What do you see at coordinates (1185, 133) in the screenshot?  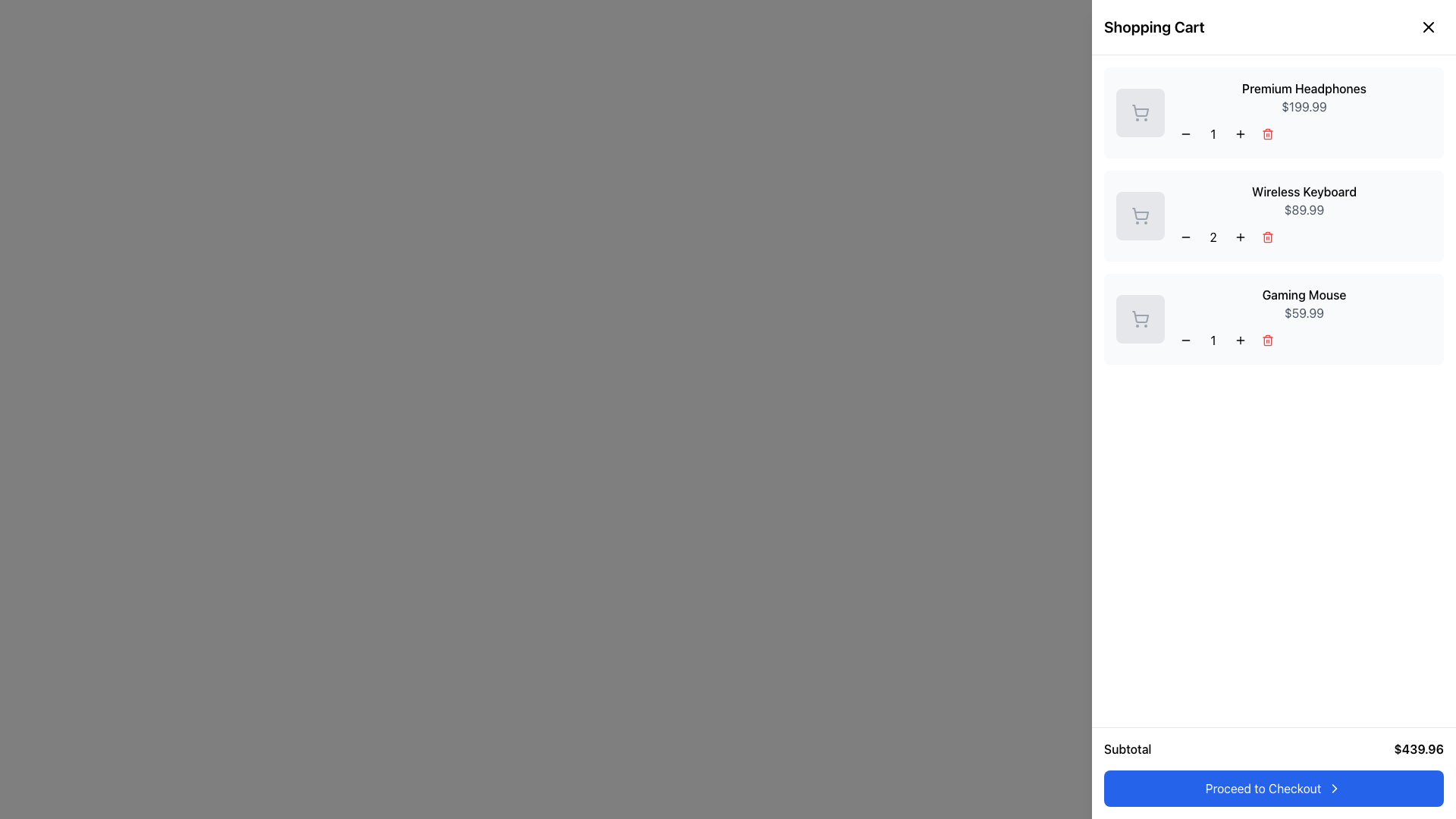 I see `the circular decrement button displaying a minus symbol, located to the left of the quantity '1' in the top product entry of the shopping cart` at bounding box center [1185, 133].